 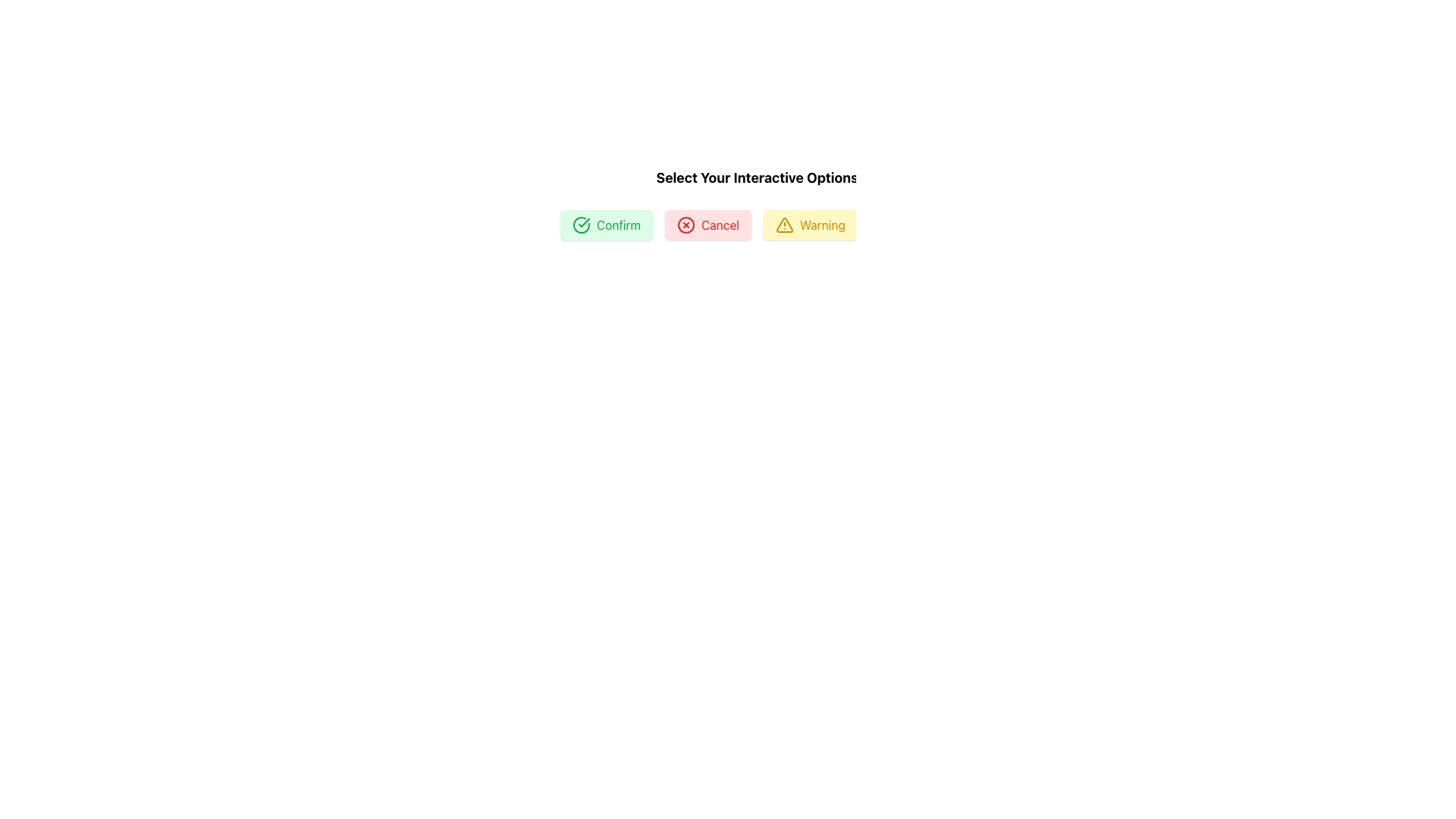 I want to click on the 'Warning' button in the horizontal menu located between 'Cancel' and 'Protect', so click(x=759, y=225).